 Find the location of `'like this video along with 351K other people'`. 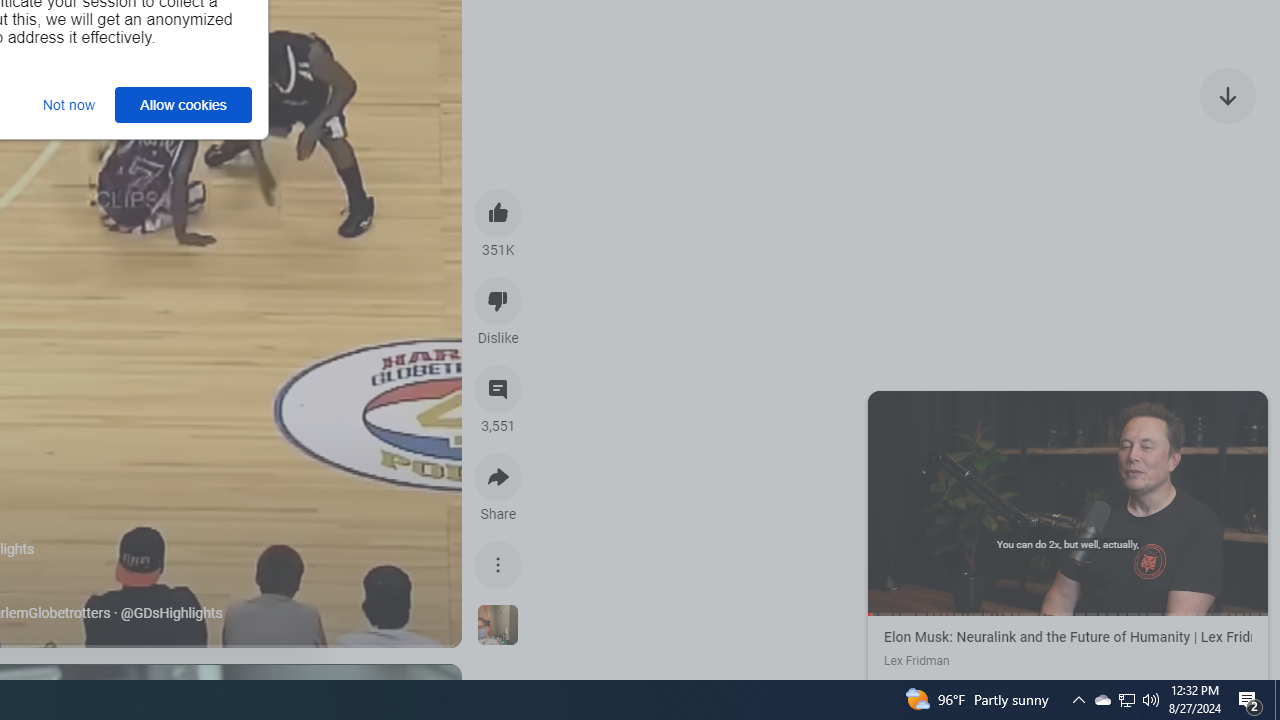

'like this video along with 351K other people' is located at coordinates (498, 212).